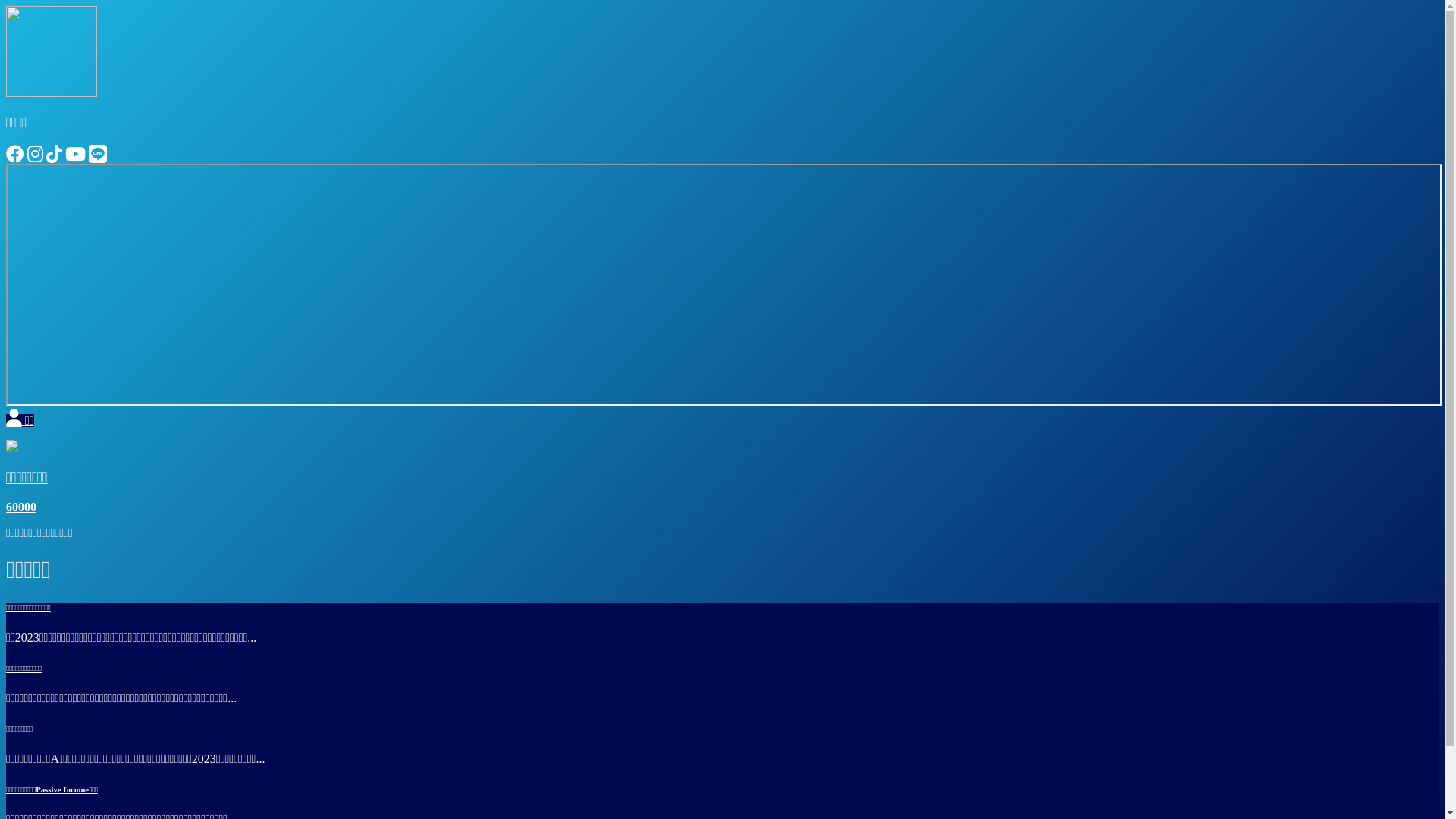  I want to click on 'Instagram', so click(35, 156).